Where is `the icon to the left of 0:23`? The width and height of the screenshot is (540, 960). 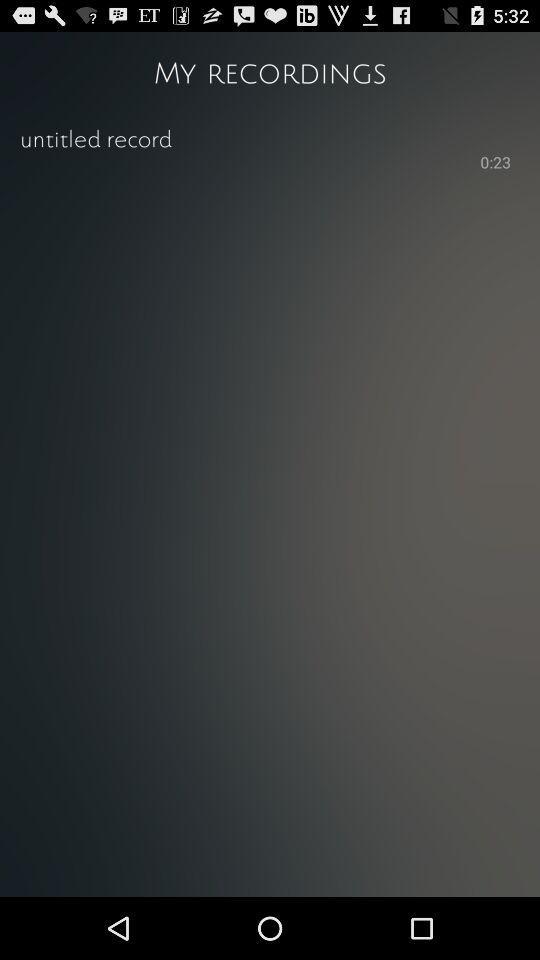 the icon to the left of 0:23 is located at coordinates (248, 160).